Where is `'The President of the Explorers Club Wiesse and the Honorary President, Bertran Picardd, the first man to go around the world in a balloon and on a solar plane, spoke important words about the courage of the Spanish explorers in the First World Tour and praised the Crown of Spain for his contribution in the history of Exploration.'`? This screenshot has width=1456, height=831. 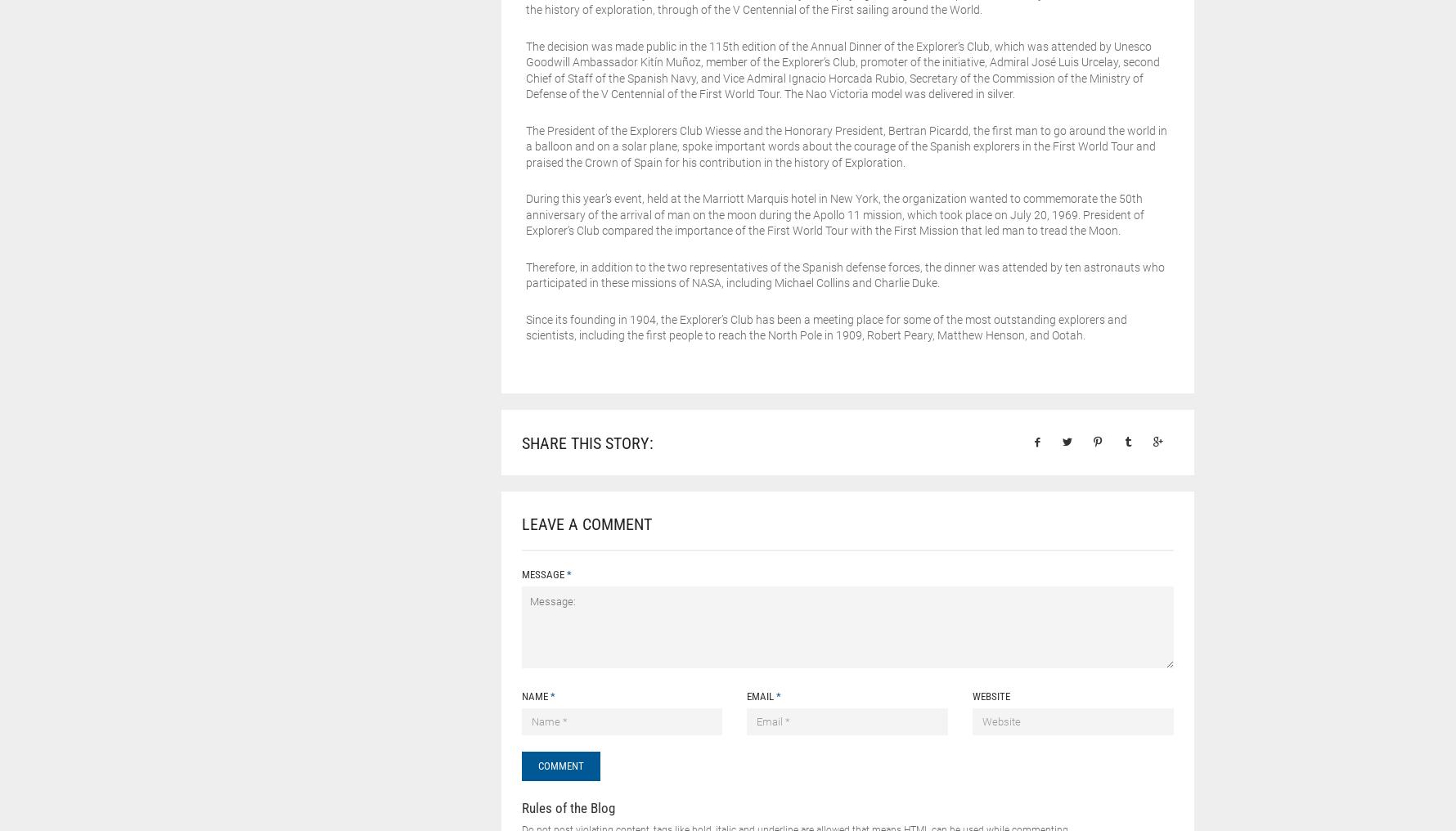 'The President of the Explorers Club Wiesse and the Honorary President, Bertran Picardd, the first man to go around the world in a balloon and on a solar plane, spoke important words about the courage of the Spanish explorers in the First World Tour and praised the Crown of Spain for his contribution in the history of Exploration.' is located at coordinates (845, 145).